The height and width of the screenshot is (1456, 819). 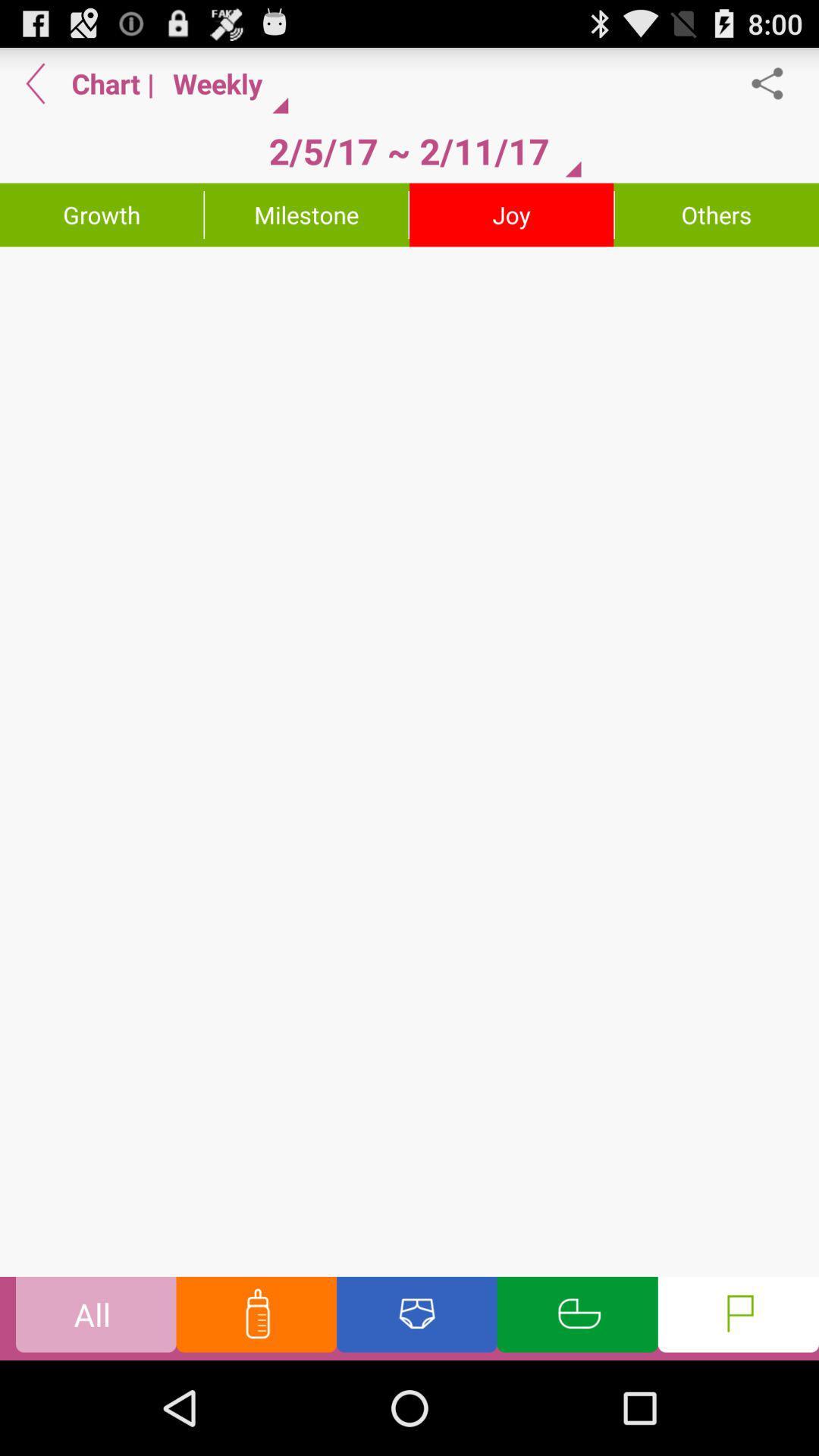 What do you see at coordinates (306, 214) in the screenshot?
I see `milestone item` at bounding box center [306, 214].